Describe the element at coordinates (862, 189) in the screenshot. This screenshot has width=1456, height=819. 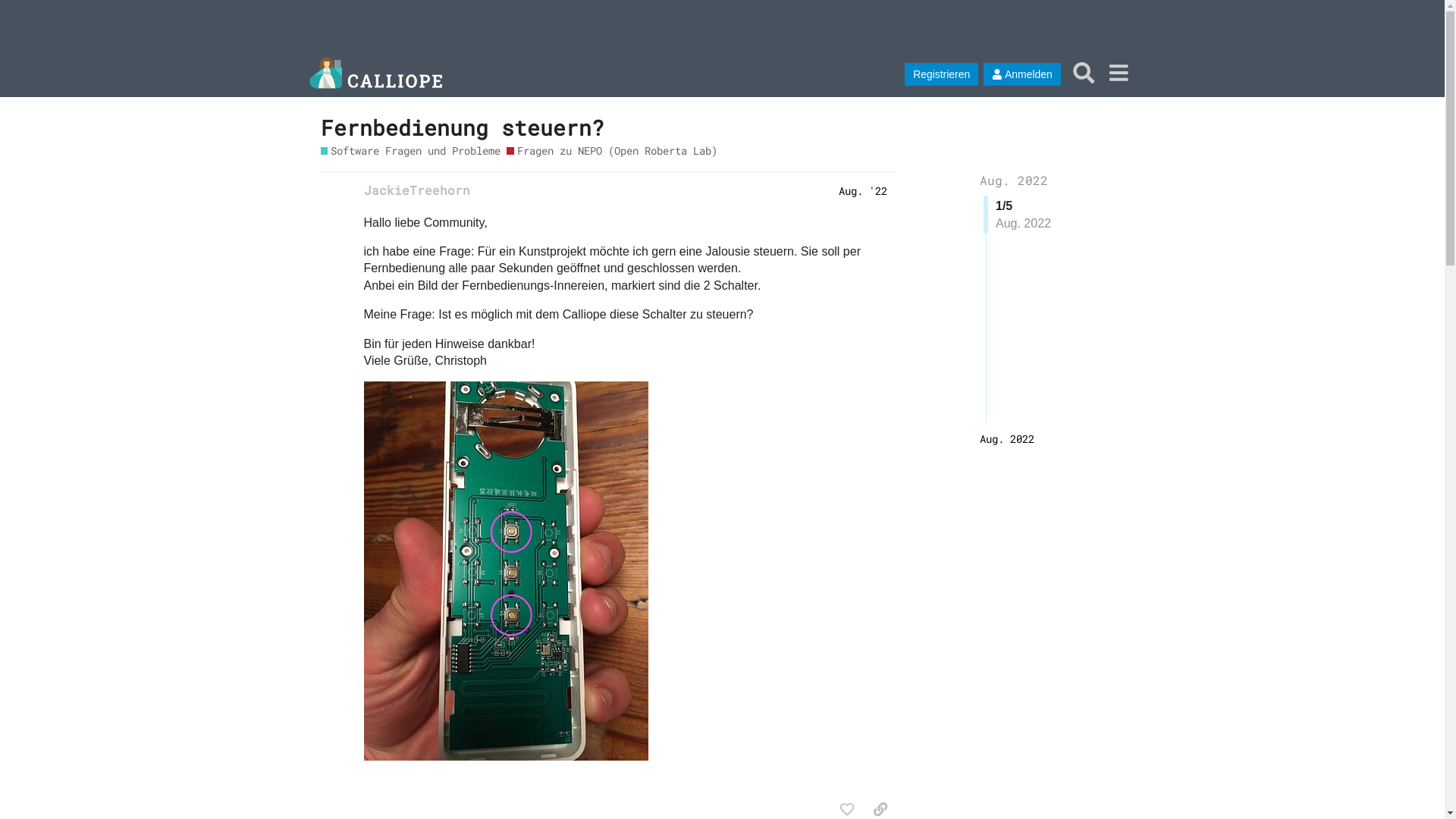
I see `'Aug. '22'` at that location.